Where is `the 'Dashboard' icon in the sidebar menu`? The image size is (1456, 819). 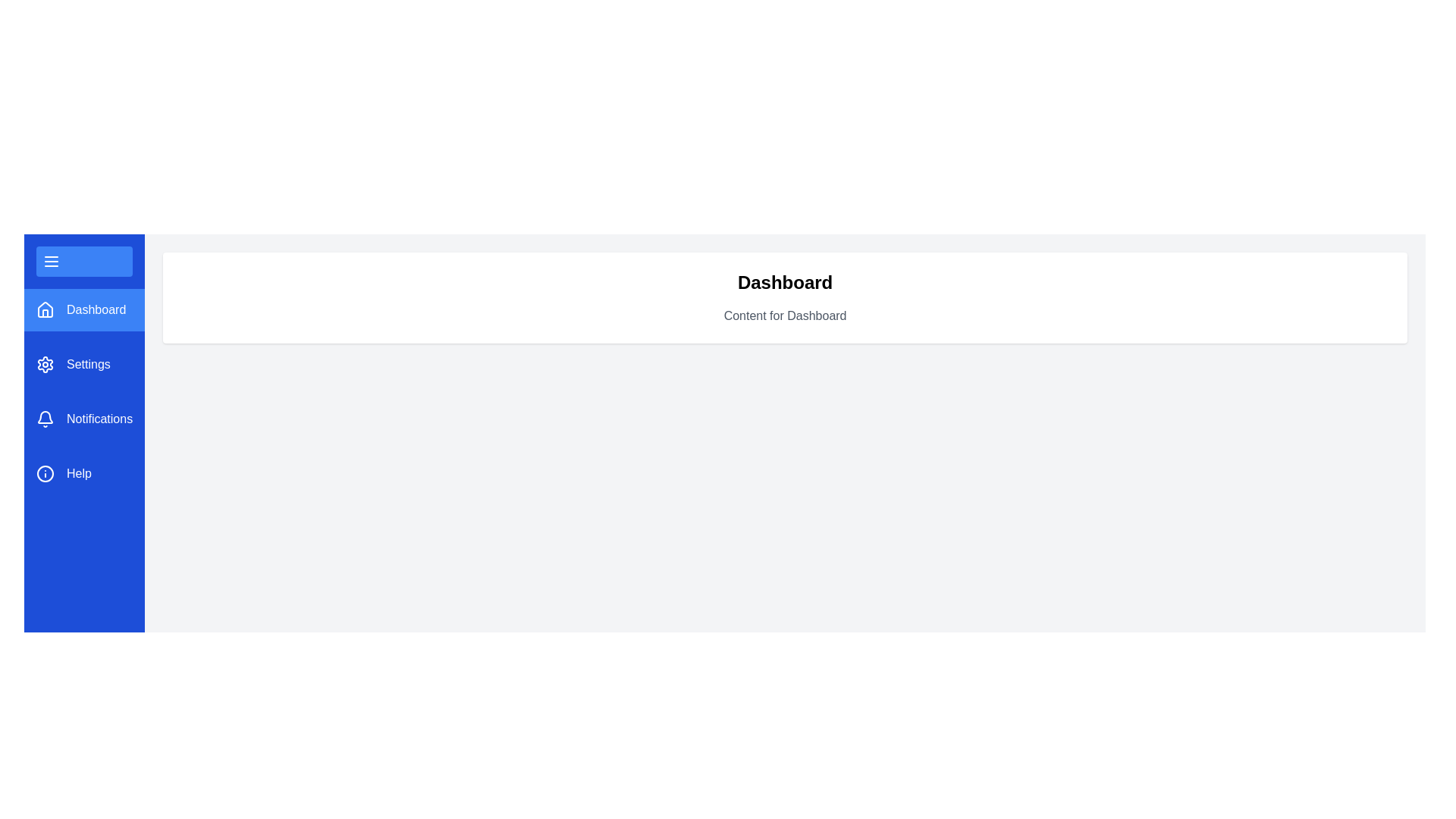
the 'Dashboard' icon in the sidebar menu is located at coordinates (45, 309).